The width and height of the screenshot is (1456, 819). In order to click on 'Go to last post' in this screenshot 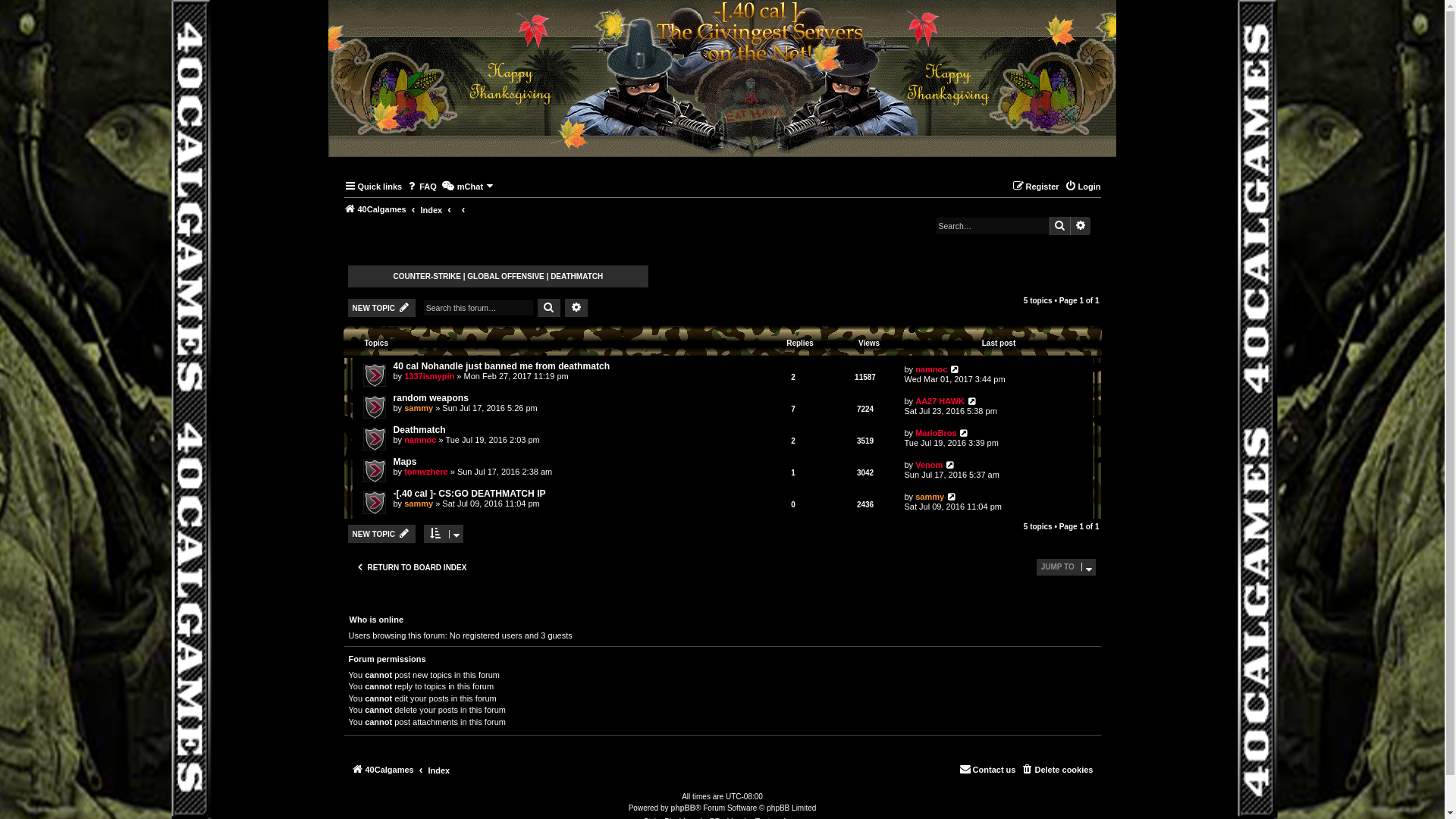, I will do `click(944, 464)`.